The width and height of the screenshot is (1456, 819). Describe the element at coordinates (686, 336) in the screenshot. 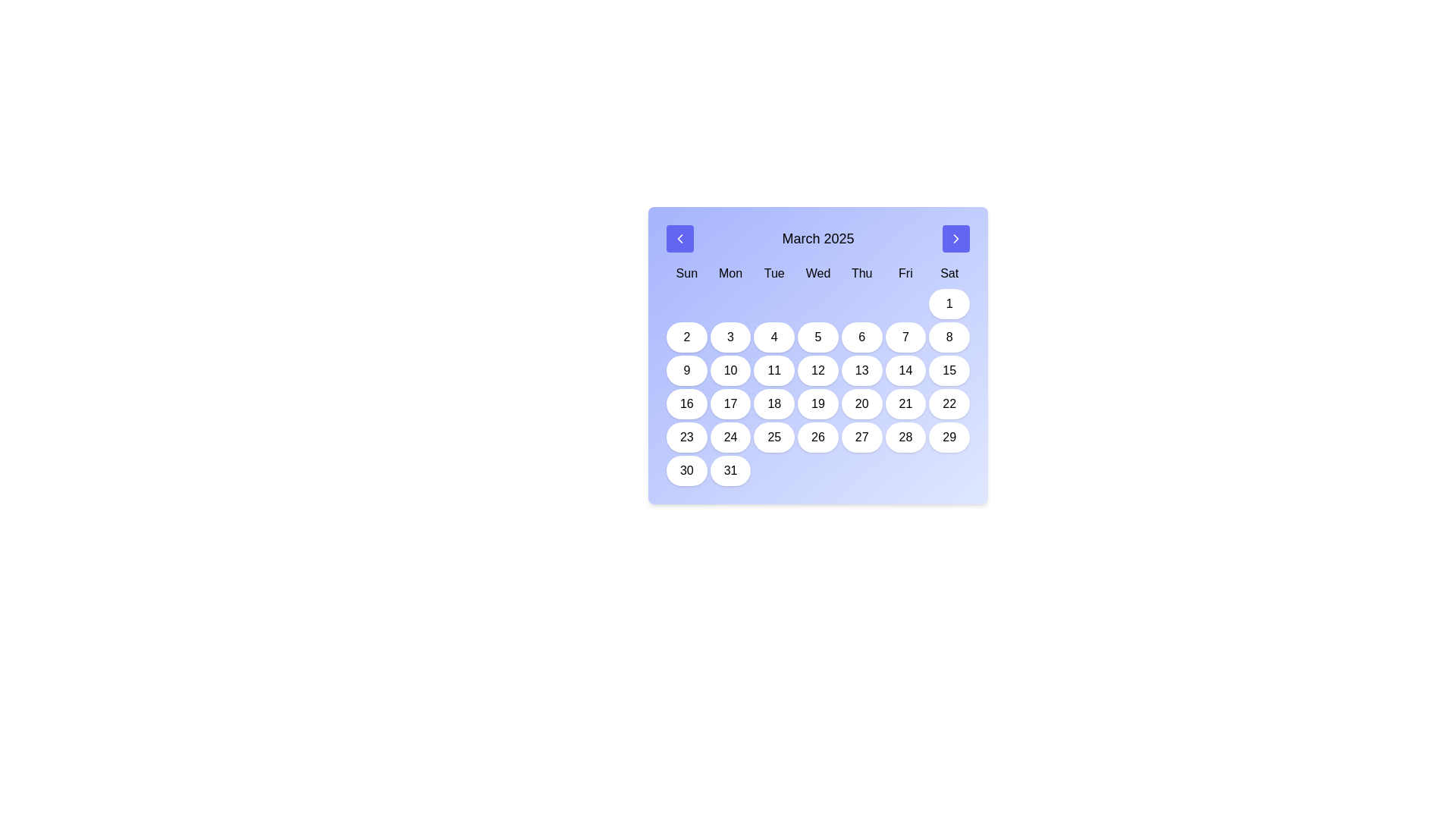

I see `the date selector button located` at that location.